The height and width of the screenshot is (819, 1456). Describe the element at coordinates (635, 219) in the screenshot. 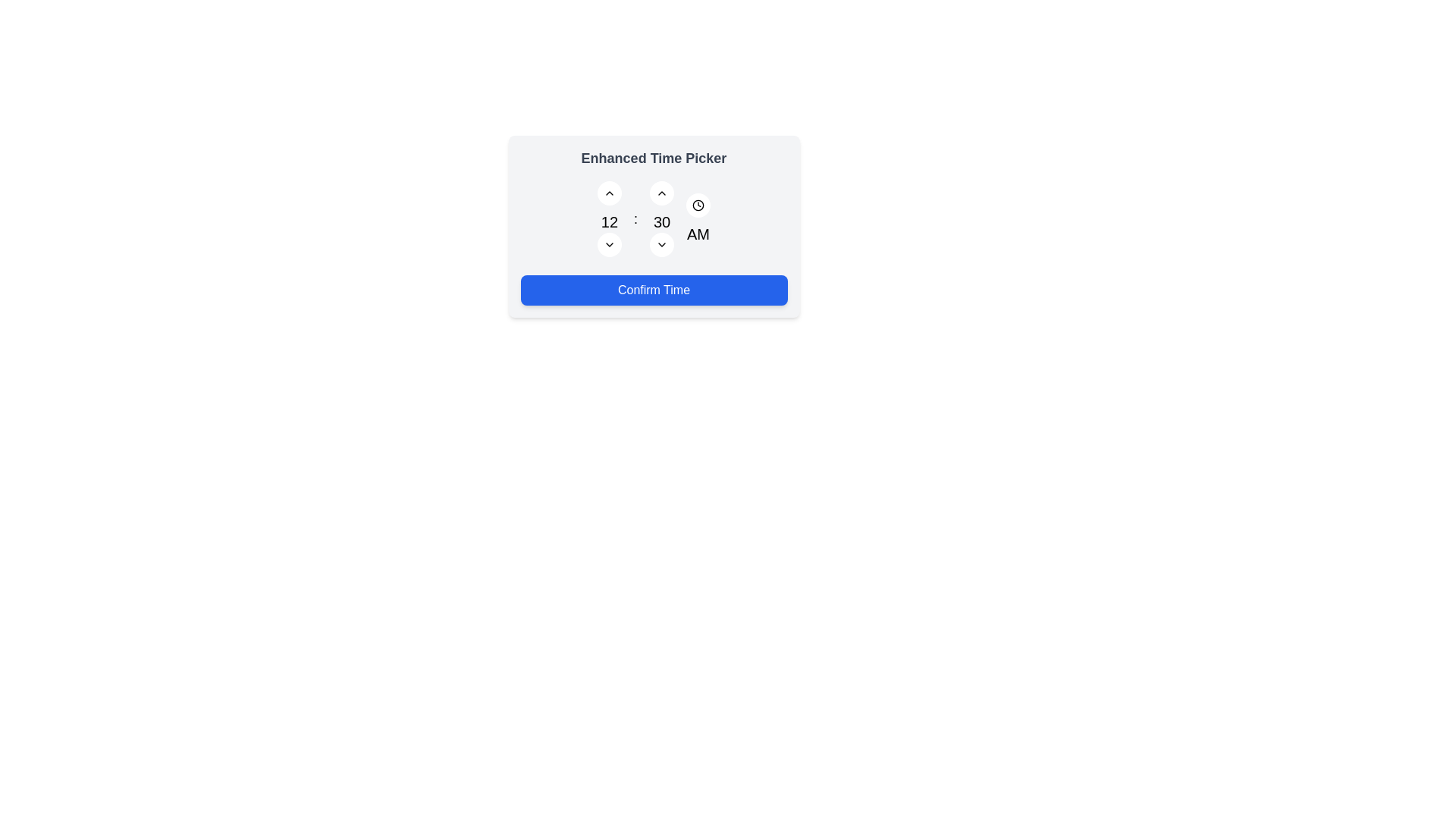

I see `the colon separator element located in the center of the time display, between the hour and minute selectors` at that location.